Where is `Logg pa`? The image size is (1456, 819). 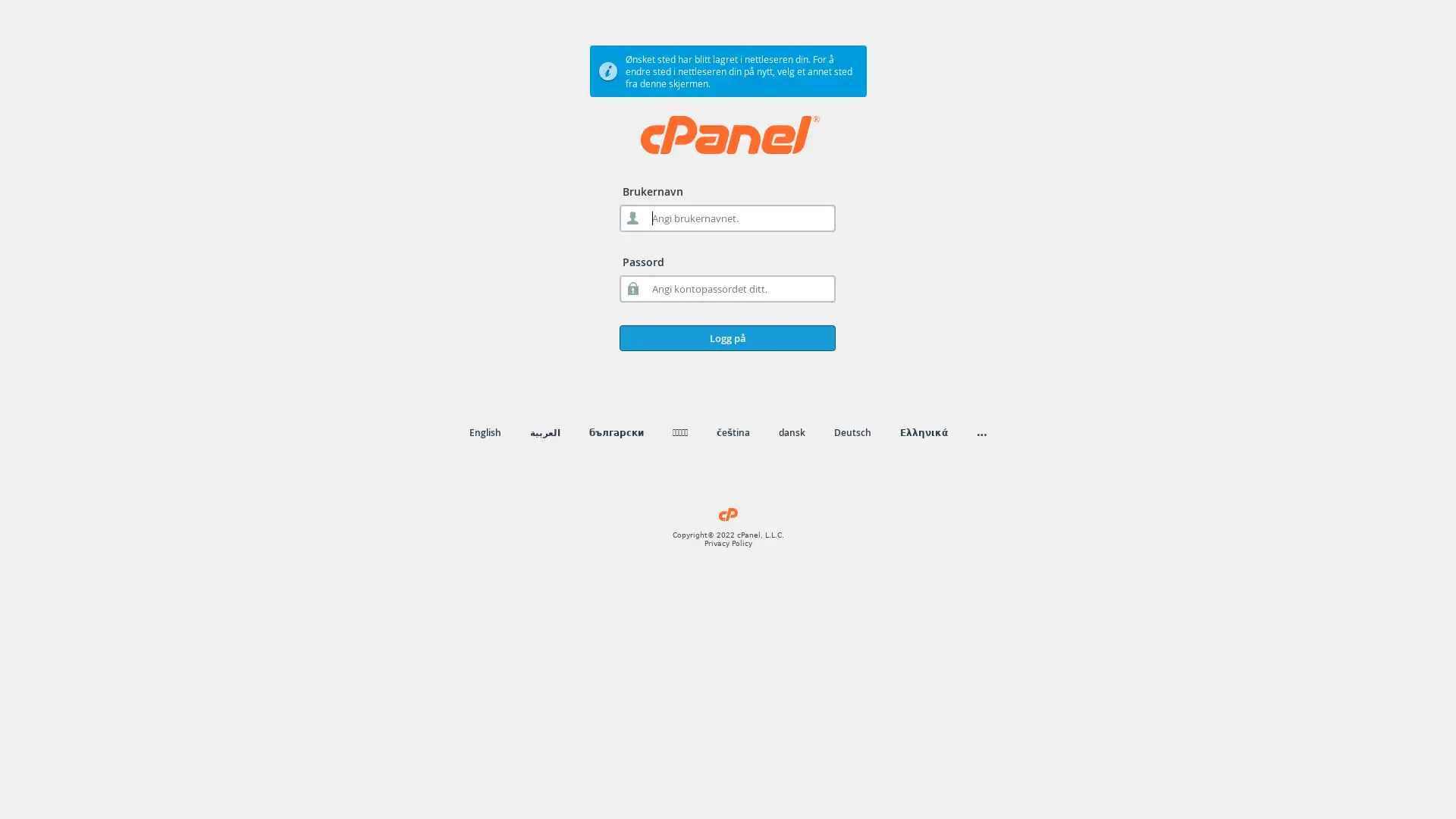
Logg pa is located at coordinates (726, 337).